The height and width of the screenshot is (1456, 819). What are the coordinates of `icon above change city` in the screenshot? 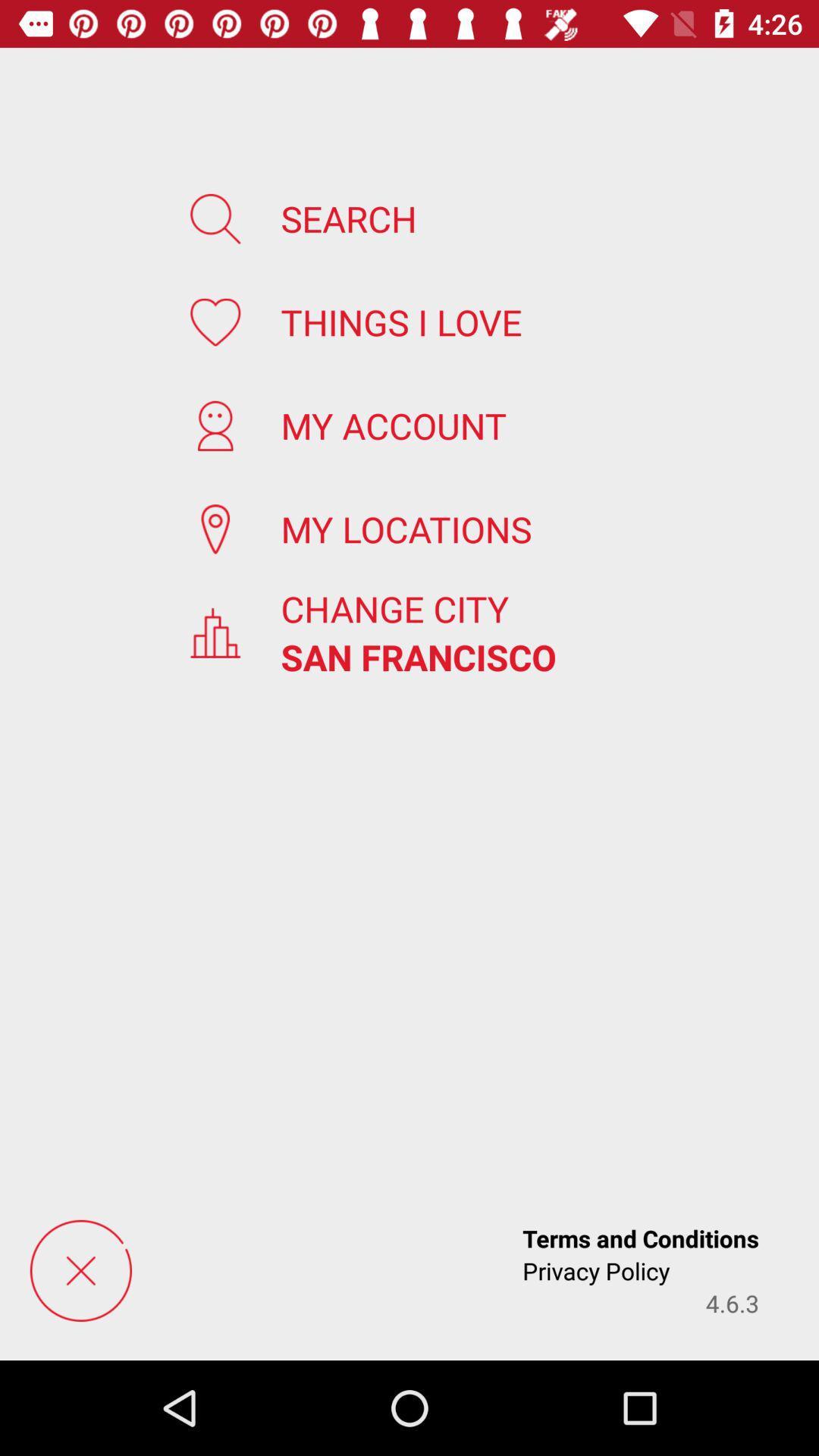 It's located at (405, 529).